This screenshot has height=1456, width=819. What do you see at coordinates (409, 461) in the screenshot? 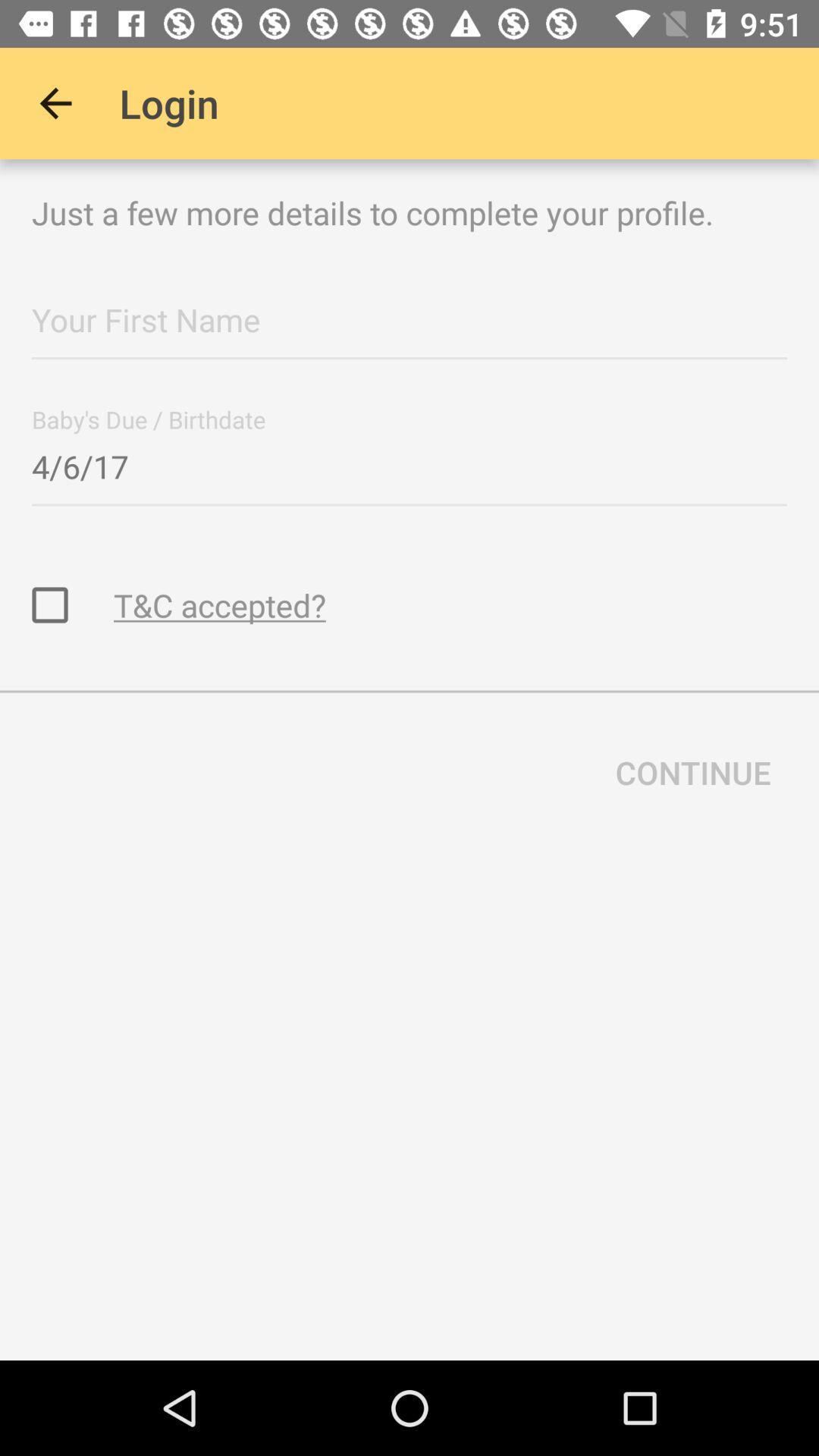
I see `the 4/6/17 item` at bounding box center [409, 461].